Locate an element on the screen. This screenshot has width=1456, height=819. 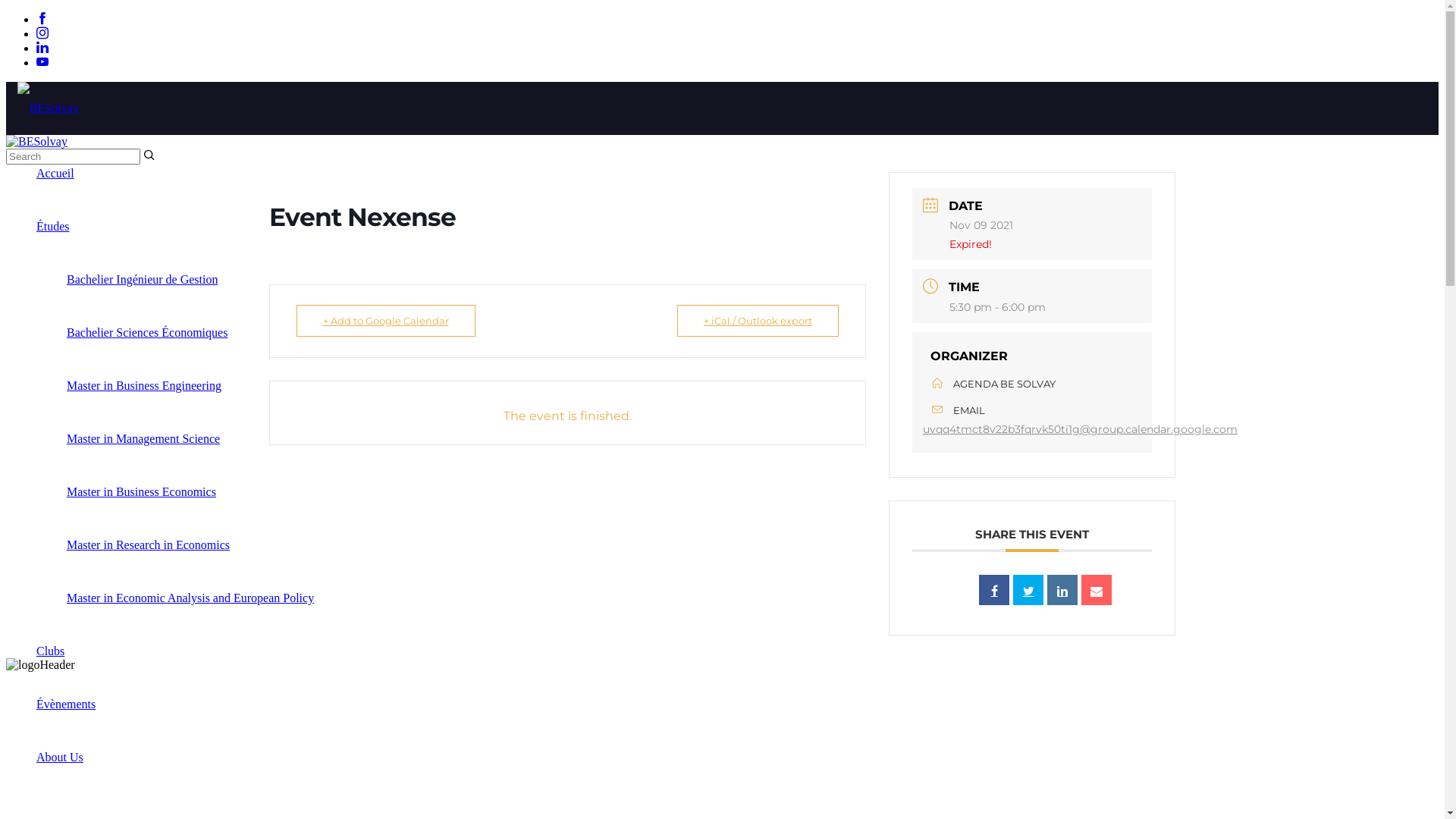
'About Us' is located at coordinates (59, 757).